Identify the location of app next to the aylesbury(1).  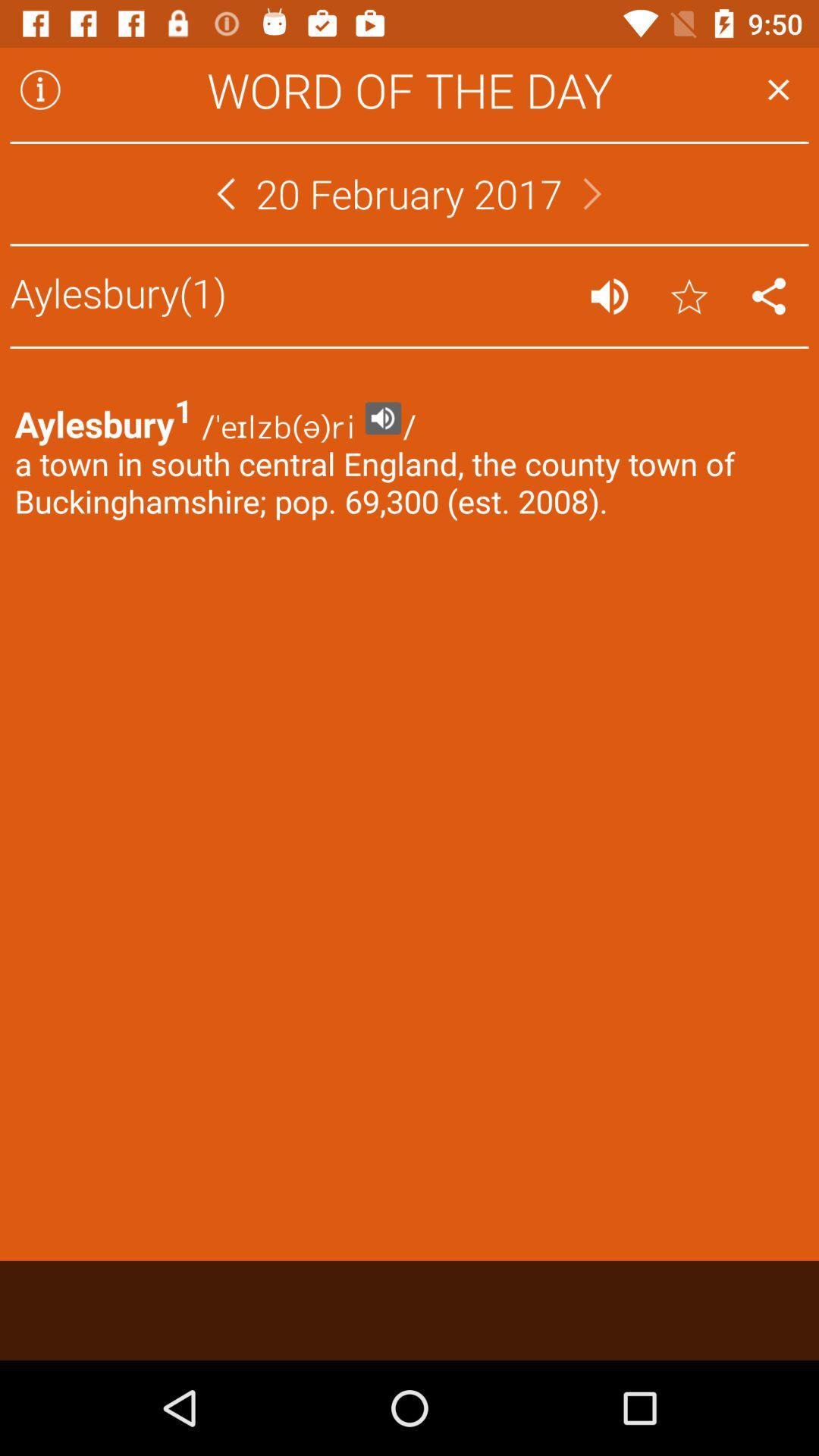
(608, 296).